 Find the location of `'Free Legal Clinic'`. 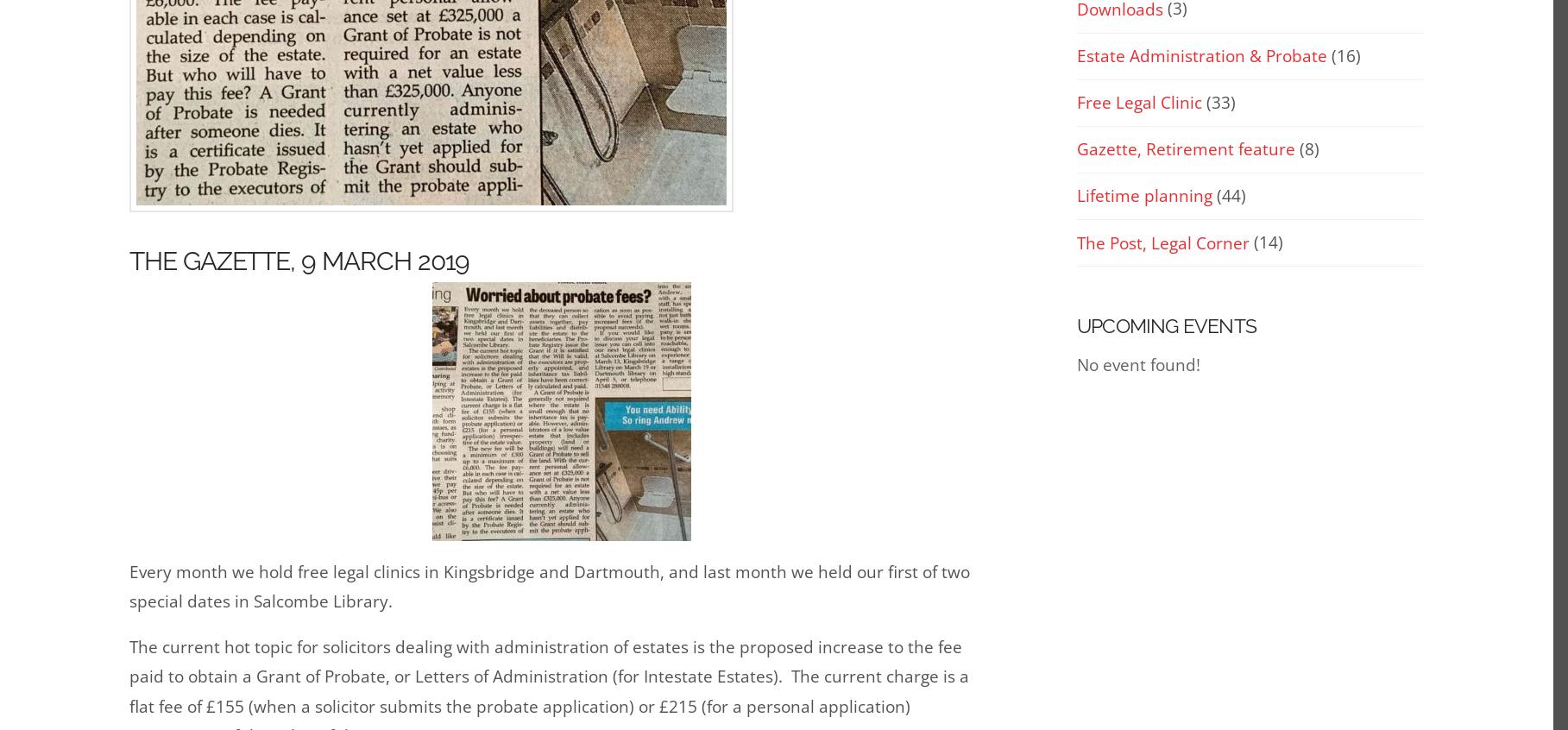

'Free Legal Clinic' is located at coordinates (1139, 103).